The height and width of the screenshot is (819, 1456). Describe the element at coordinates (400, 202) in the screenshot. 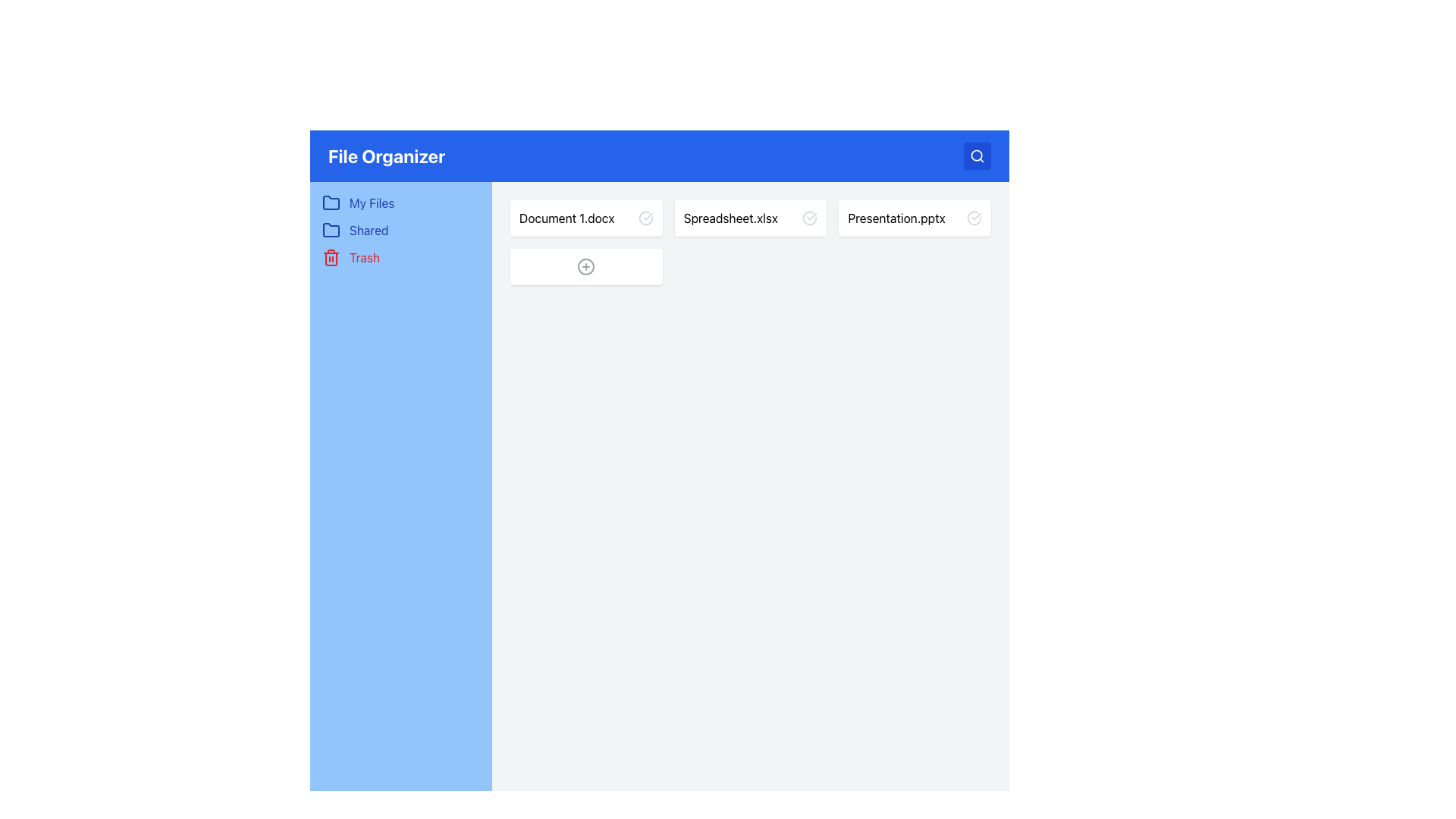

I see `the topmost menu item in the left vertical menu that represents the user's file directory` at that location.